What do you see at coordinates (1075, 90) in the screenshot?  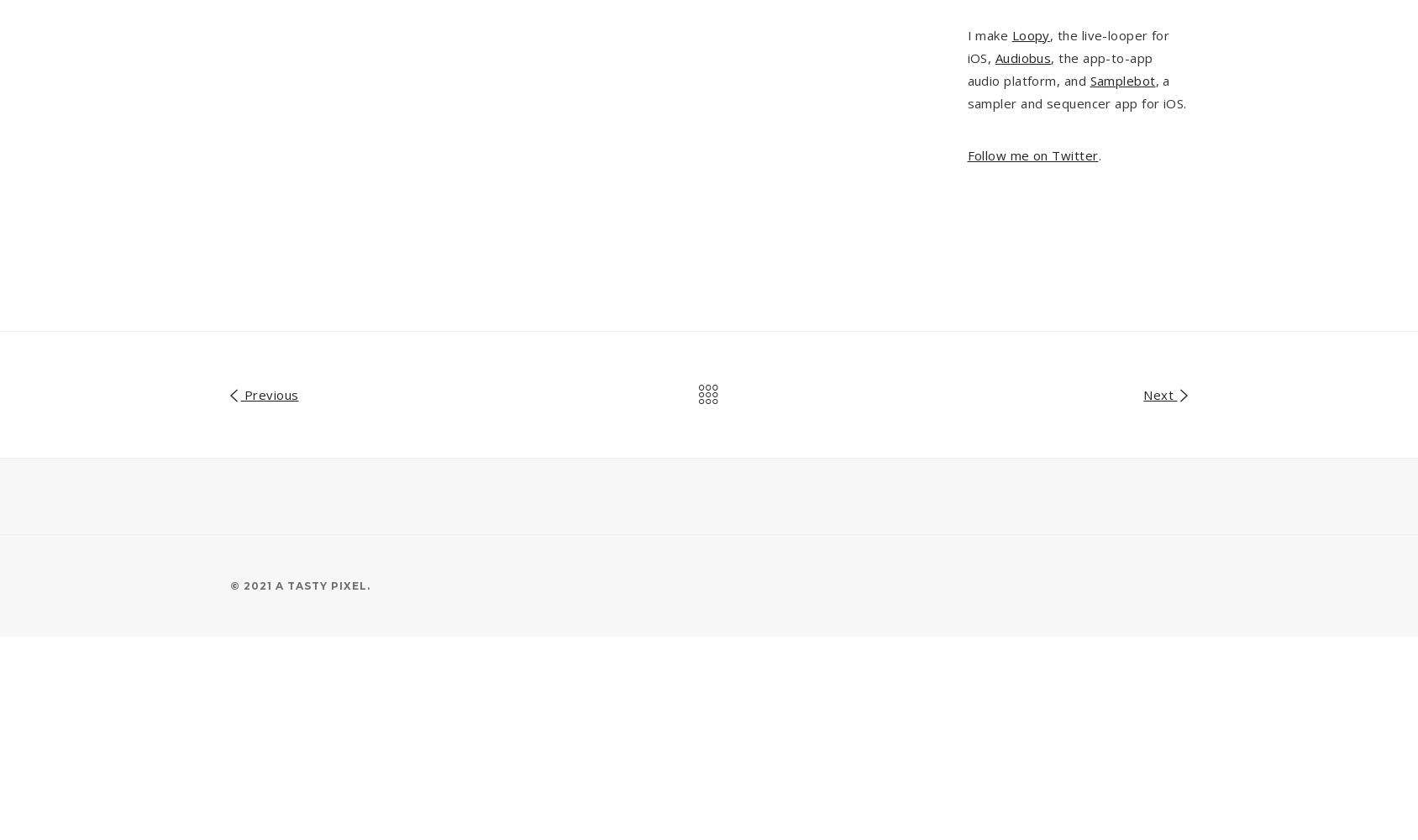 I see `', a sampler and sequencer app for iOS.'` at bounding box center [1075, 90].